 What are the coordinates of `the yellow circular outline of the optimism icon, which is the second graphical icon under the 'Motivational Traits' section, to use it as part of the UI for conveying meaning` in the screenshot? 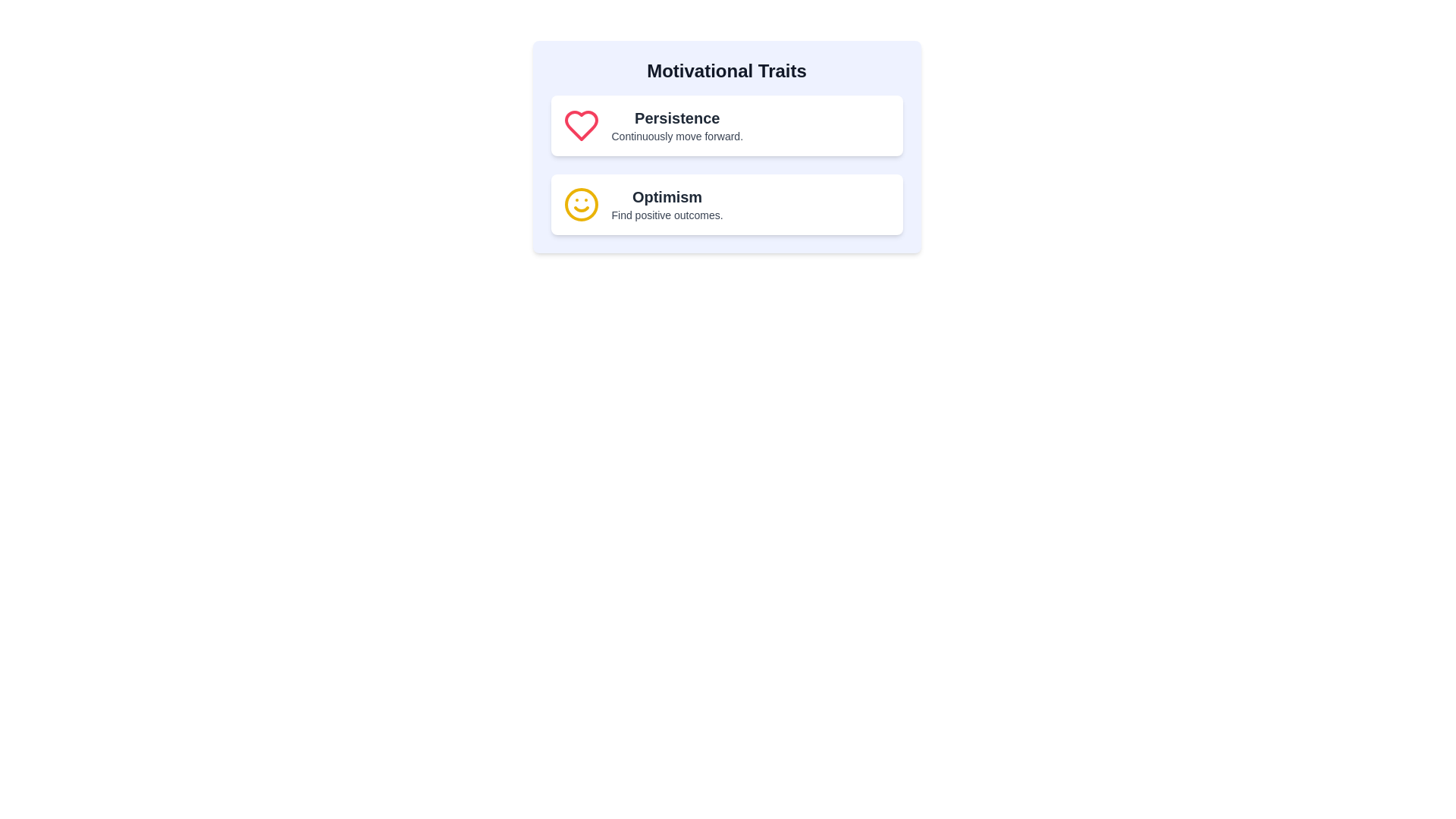 It's located at (580, 205).